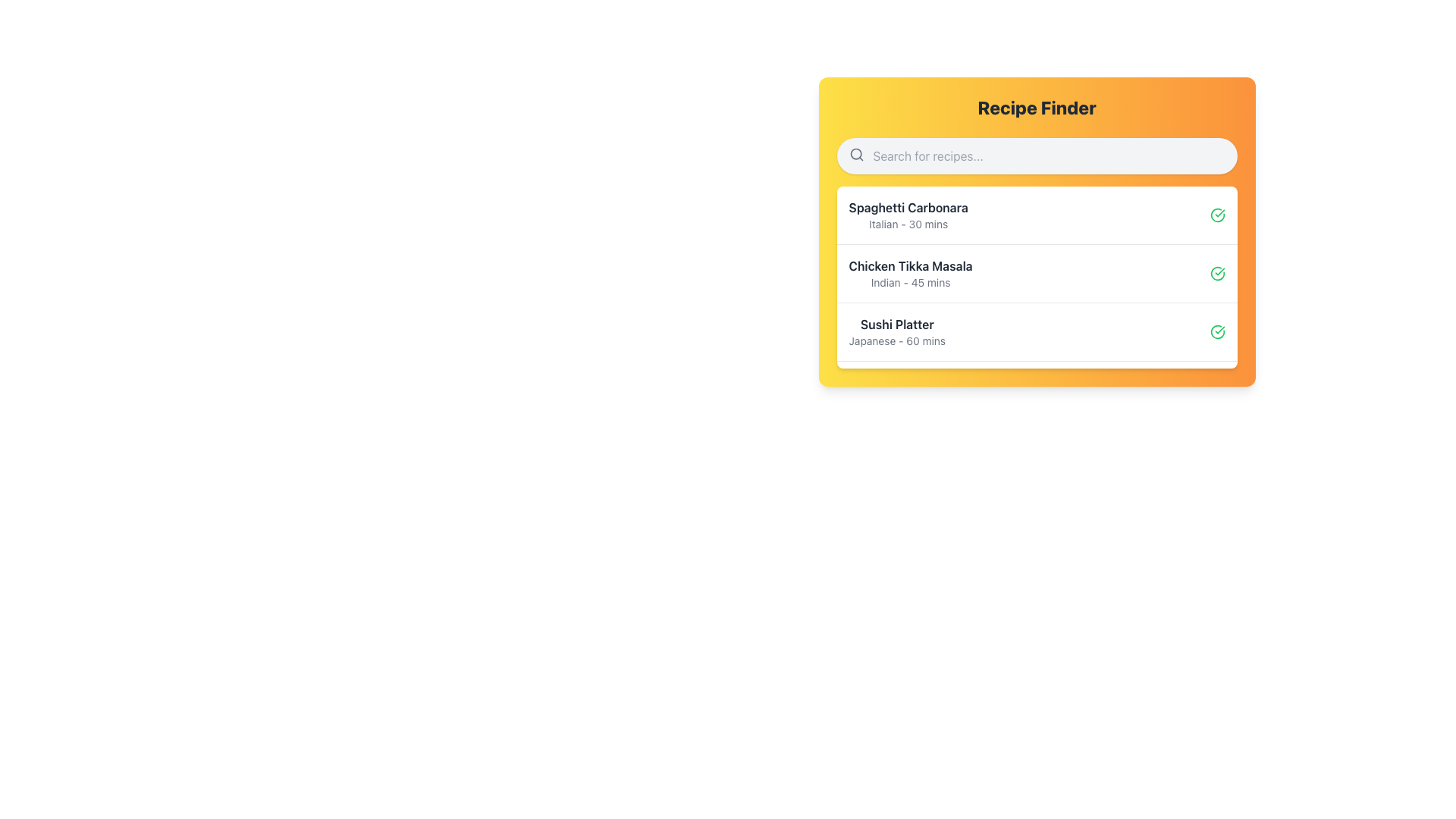  I want to click on the header text indicating the purpose of the interface, which is to find recipes, located at the top center of the rounded rectangular card with a yellow-to-orange gradient background, so click(1036, 107).